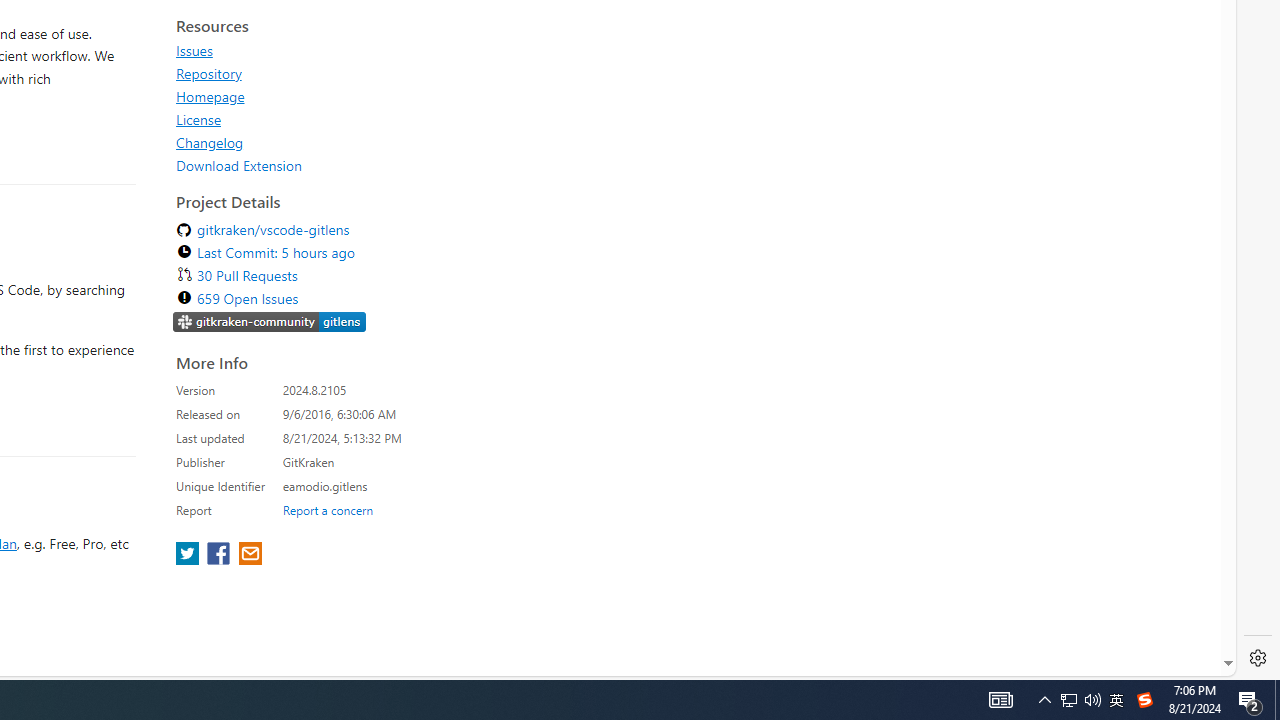 This screenshot has height=720, width=1280. Describe the element at coordinates (210, 96) in the screenshot. I see `'Homepage'` at that location.